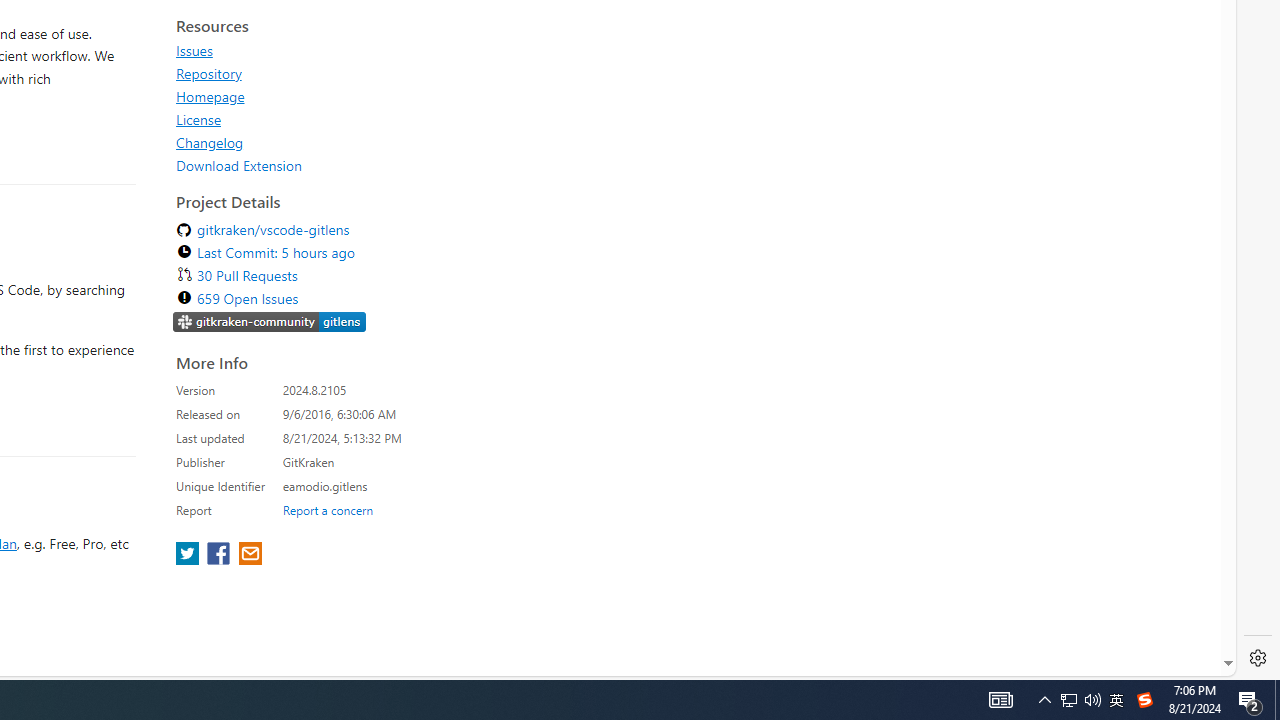 This screenshot has height=720, width=1280. Describe the element at coordinates (210, 96) in the screenshot. I see `'Homepage'` at that location.